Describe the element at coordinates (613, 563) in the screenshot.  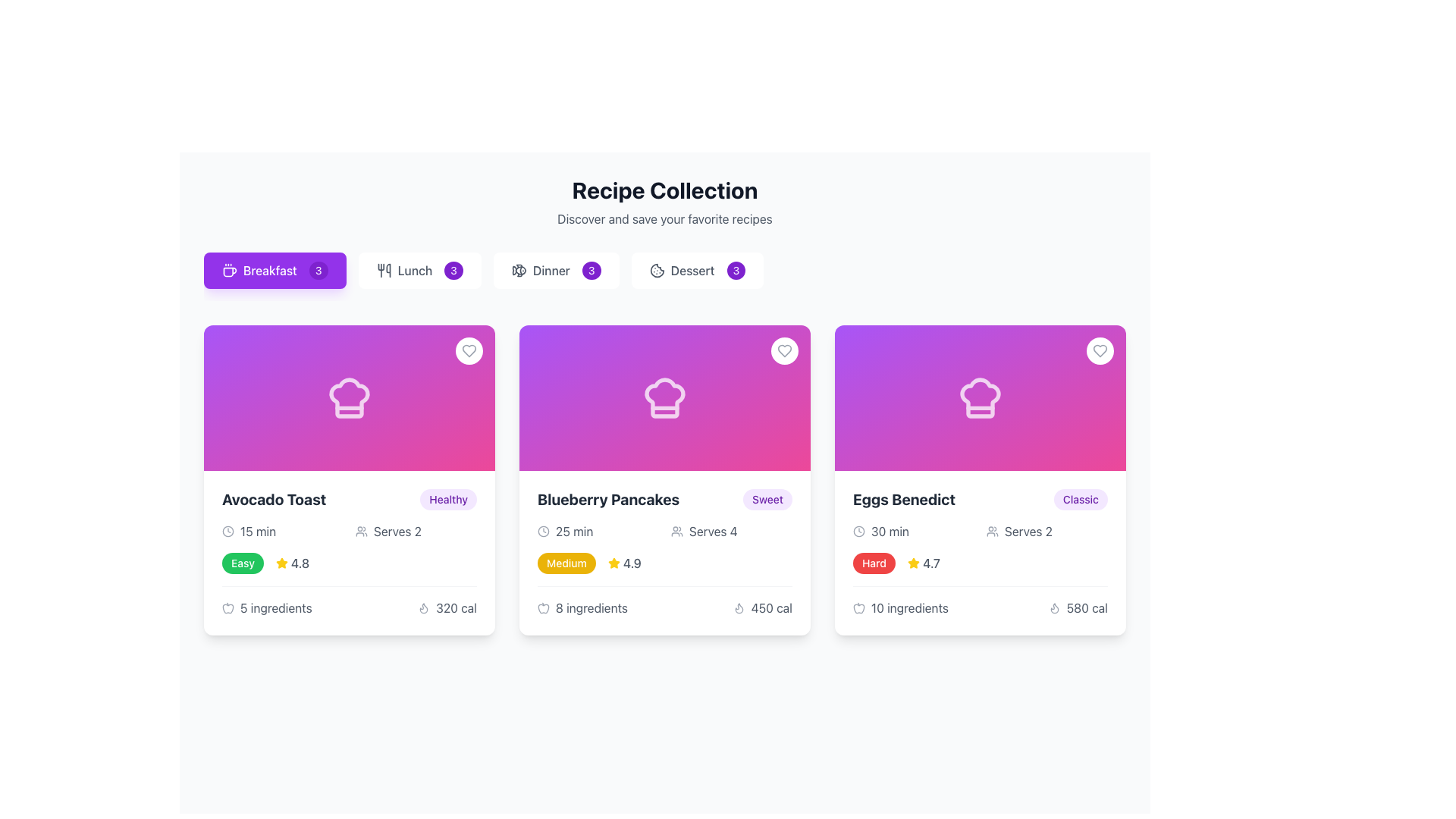
I see `the yellow star-shaped icon located next to the rating text '4.9' in the 'Blueberry Pancakes' card` at that location.